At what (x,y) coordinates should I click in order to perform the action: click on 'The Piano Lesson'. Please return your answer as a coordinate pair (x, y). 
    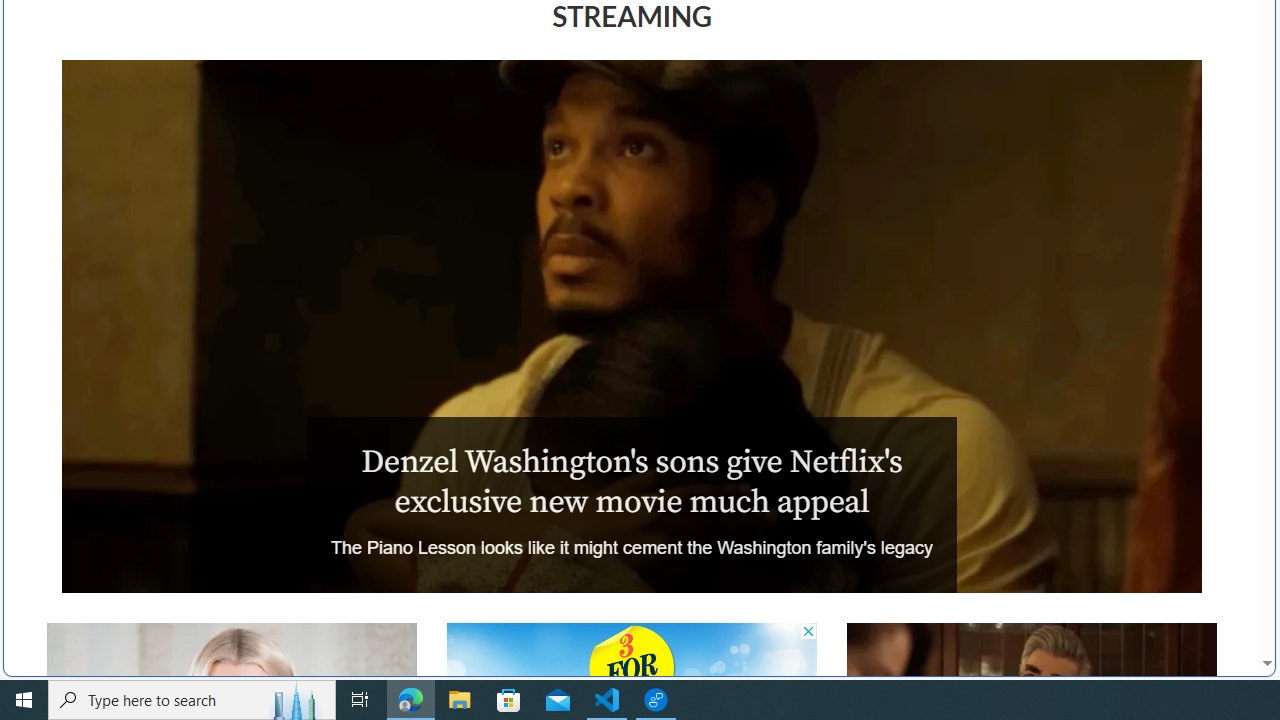
    Looking at the image, I should click on (630, 325).